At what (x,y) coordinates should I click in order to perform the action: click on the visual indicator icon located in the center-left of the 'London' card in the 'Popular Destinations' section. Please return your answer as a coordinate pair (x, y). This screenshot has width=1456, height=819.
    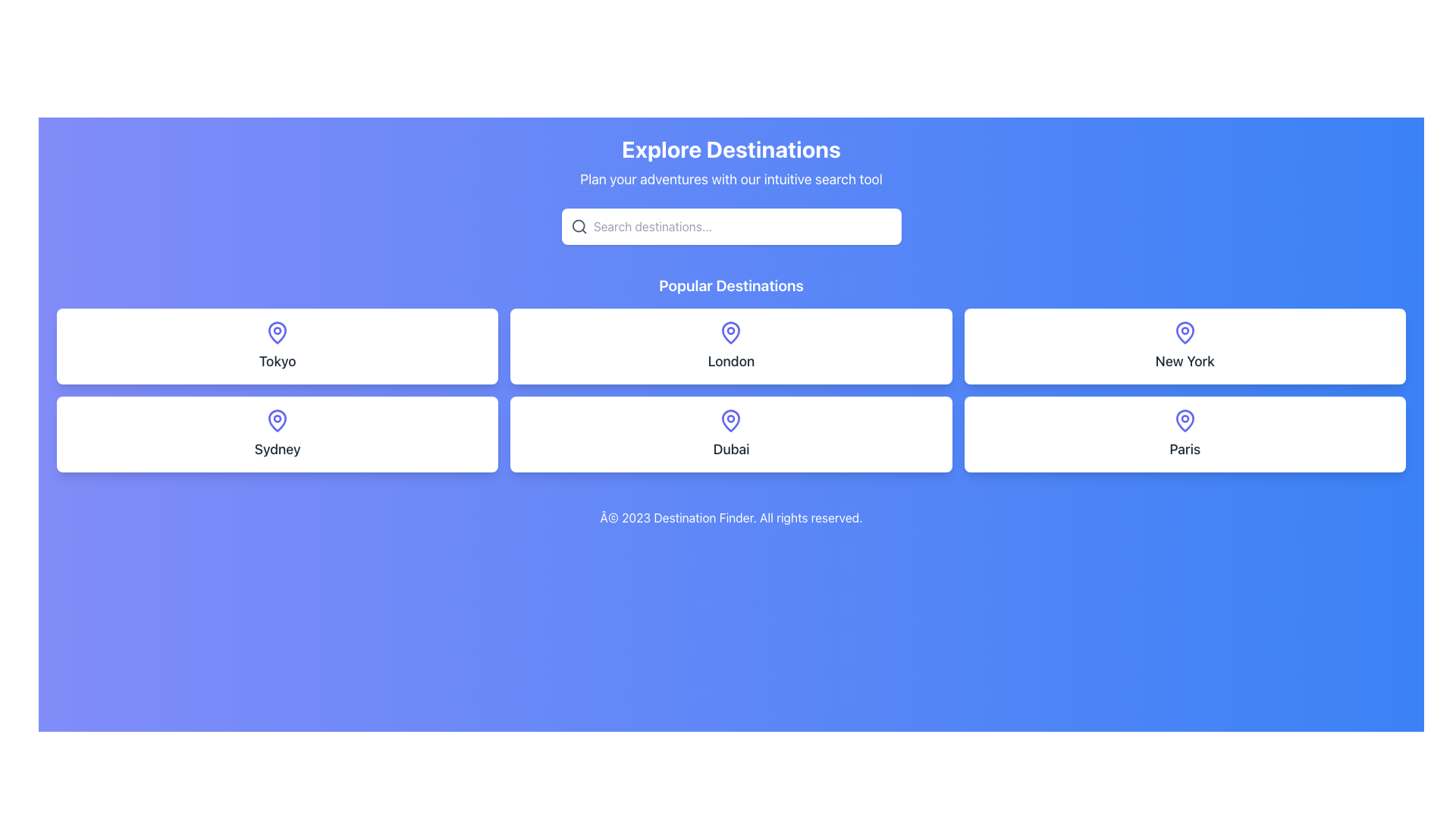
    Looking at the image, I should click on (731, 332).